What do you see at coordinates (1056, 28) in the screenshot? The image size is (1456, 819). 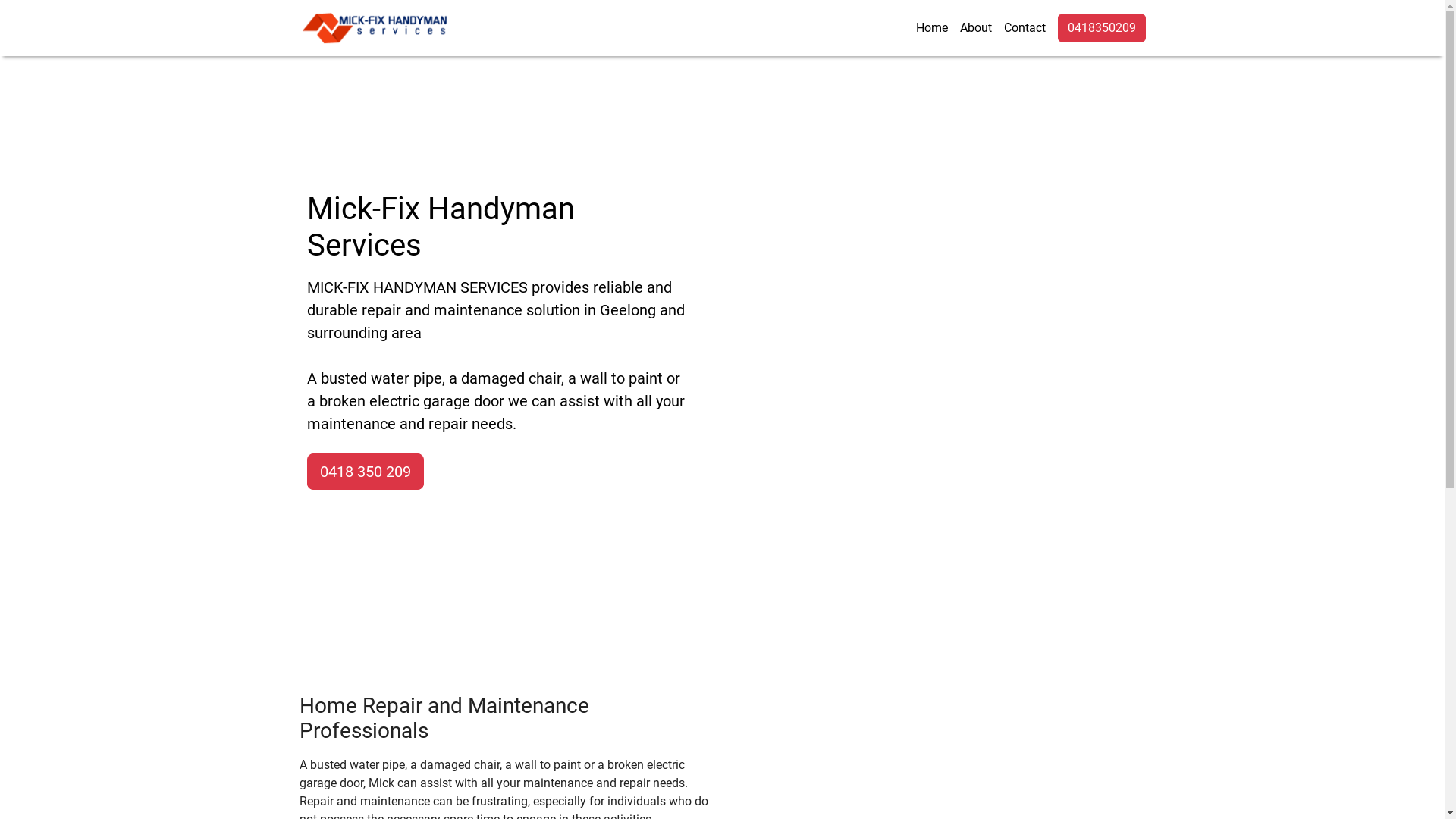 I see `'0418350209'` at bounding box center [1056, 28].